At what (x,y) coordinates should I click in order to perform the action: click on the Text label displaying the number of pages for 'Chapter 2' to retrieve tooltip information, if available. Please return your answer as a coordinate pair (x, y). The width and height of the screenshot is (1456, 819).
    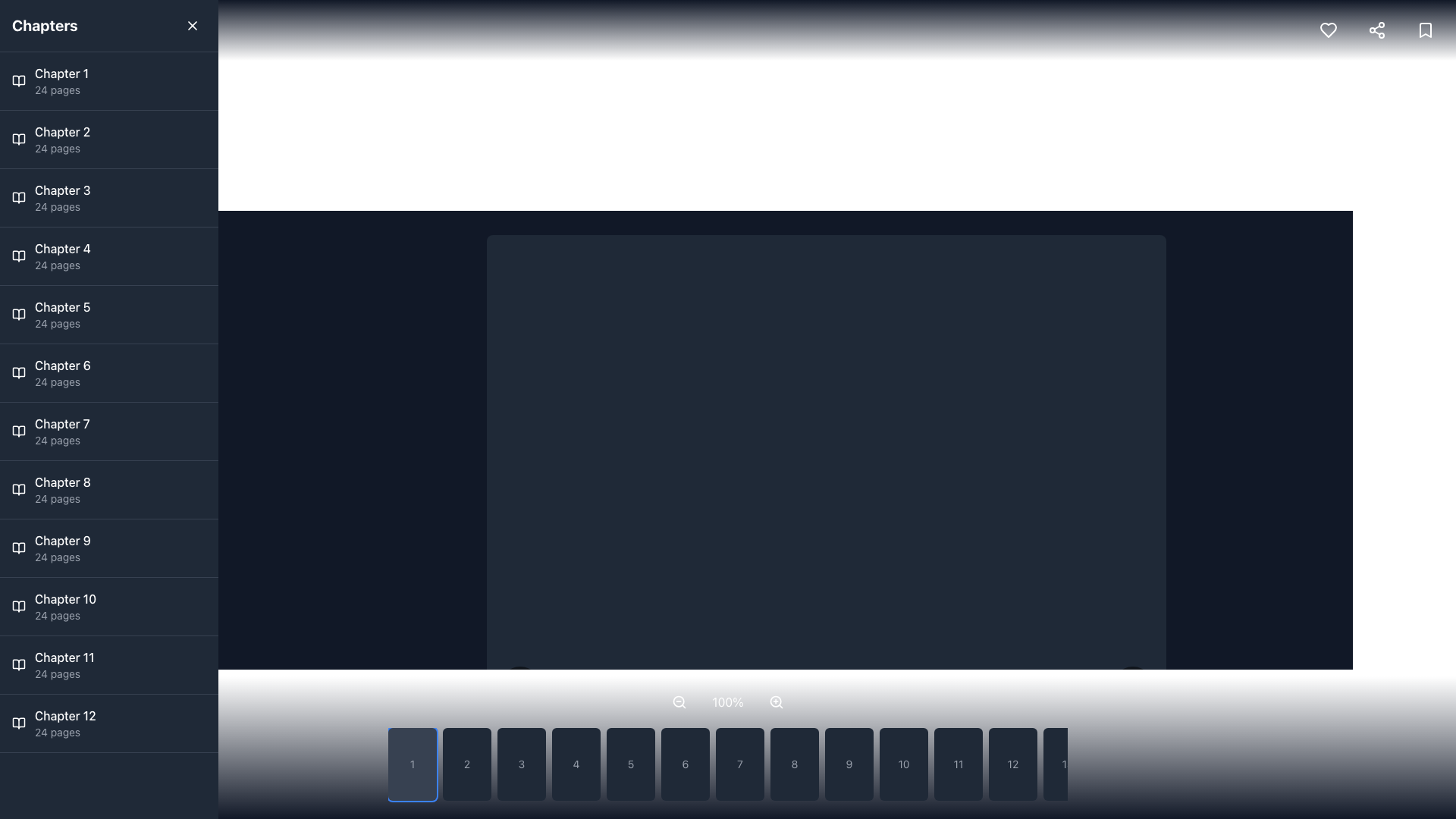
    Looking at the image, I should click on (61, 149).